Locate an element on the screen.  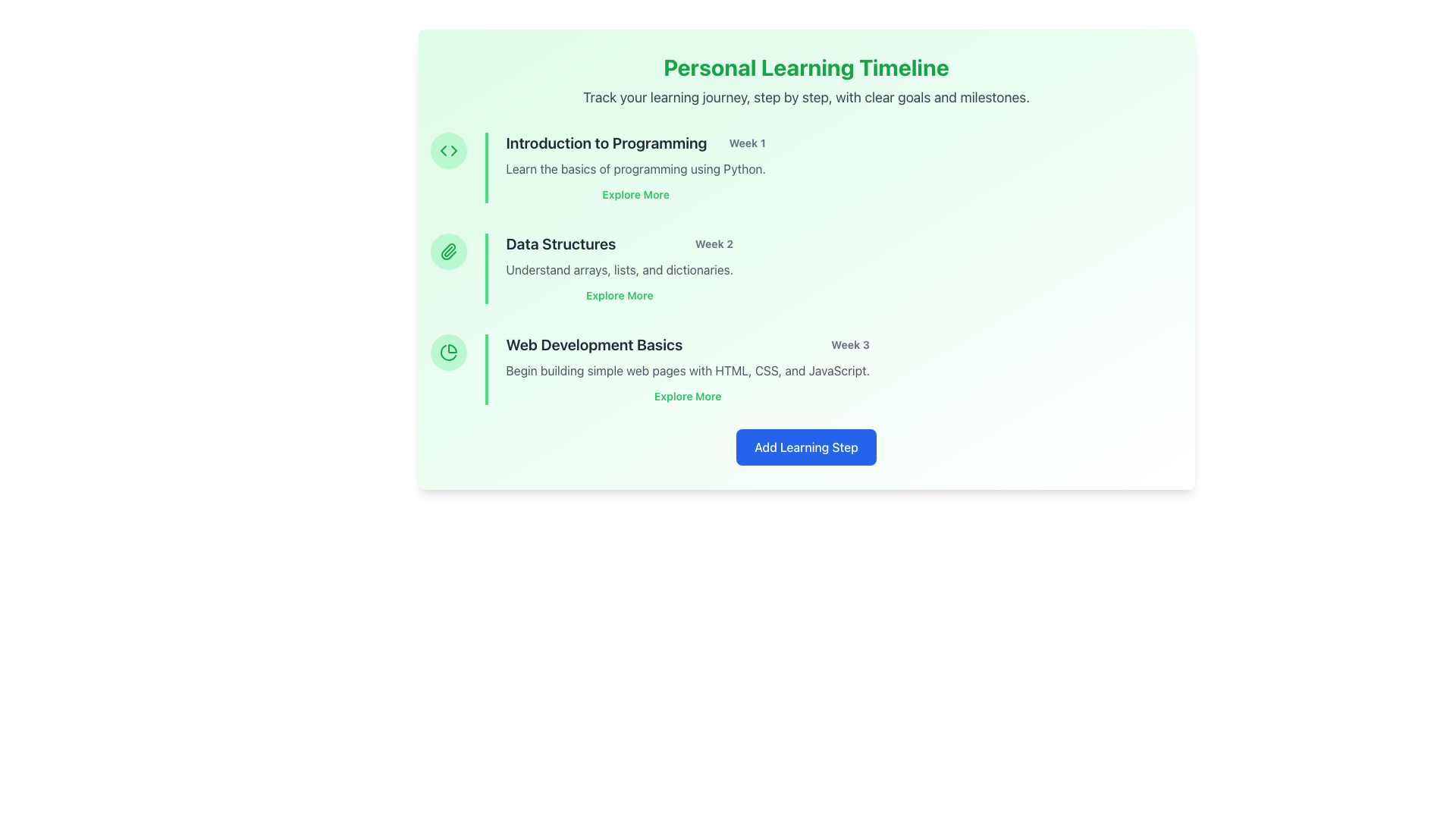
the visual style of the SVG coding icon, which is vibrant green and located to the left of the heading 'Introduction to Programming' is located at coordinates (447, 151).